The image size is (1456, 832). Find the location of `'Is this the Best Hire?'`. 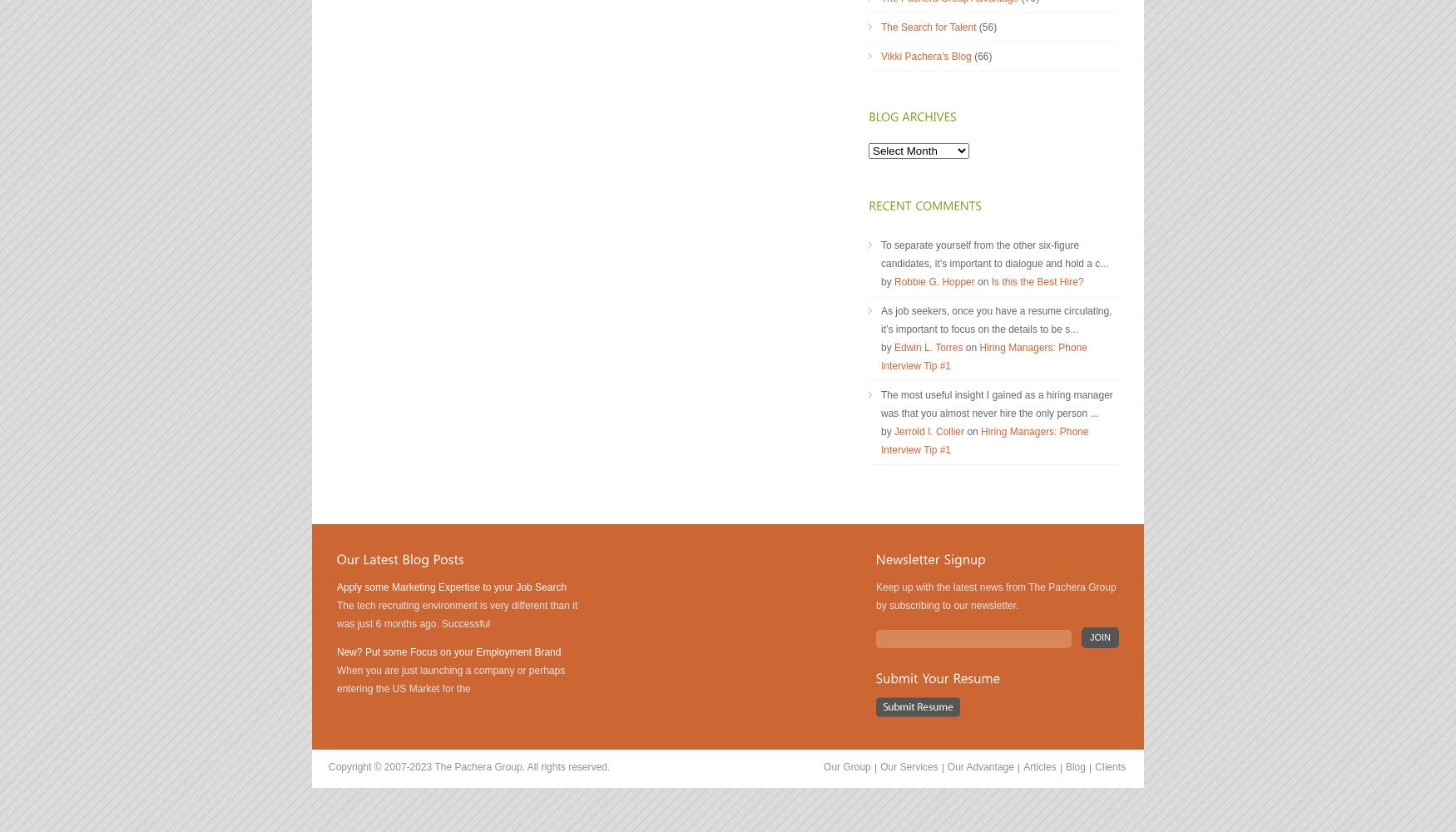

'Is this the Best Hire?' is located at coordinates (991, 281).